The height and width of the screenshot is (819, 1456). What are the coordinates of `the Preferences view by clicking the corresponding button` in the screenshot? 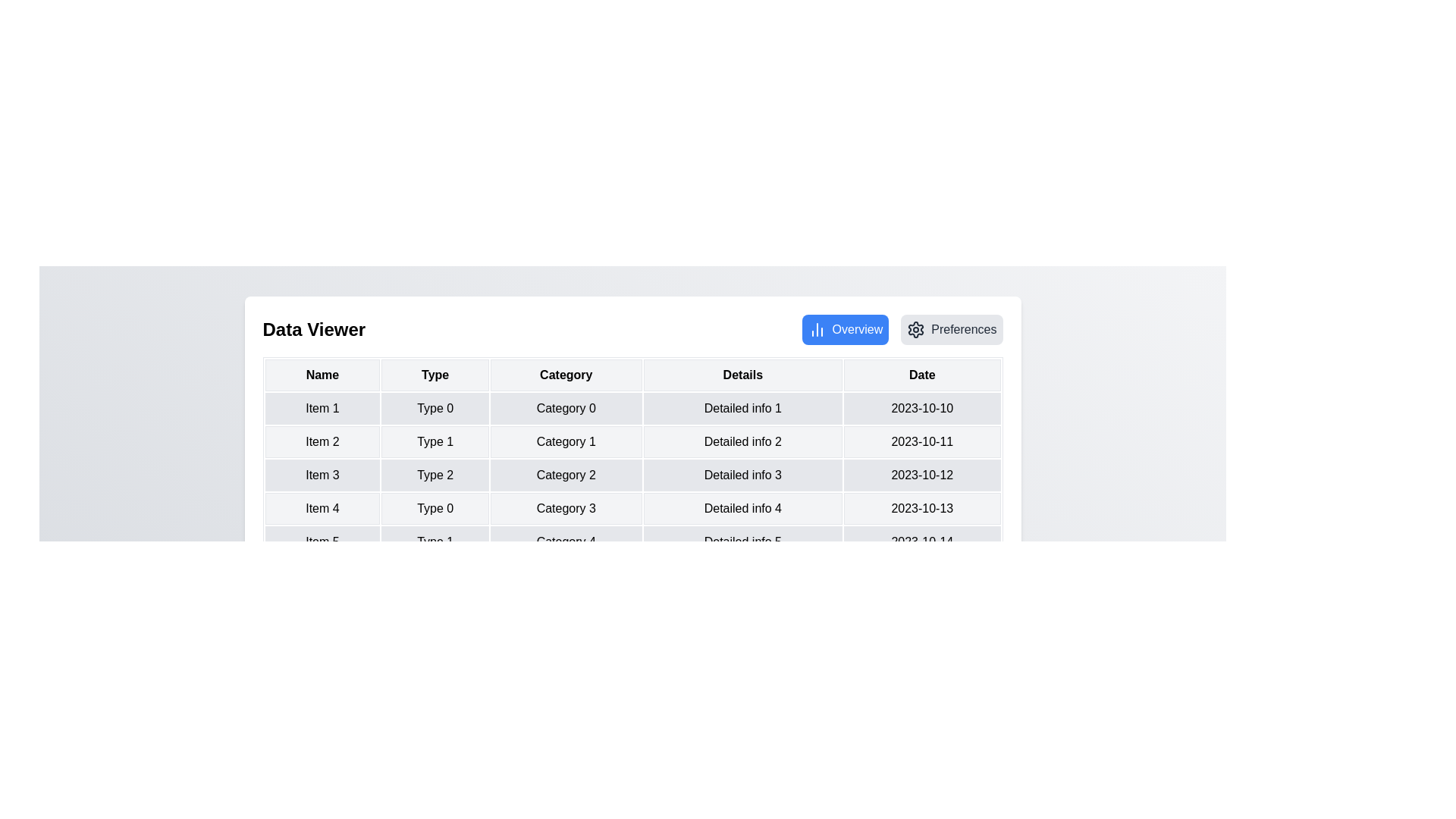 It's located at (951, 329).